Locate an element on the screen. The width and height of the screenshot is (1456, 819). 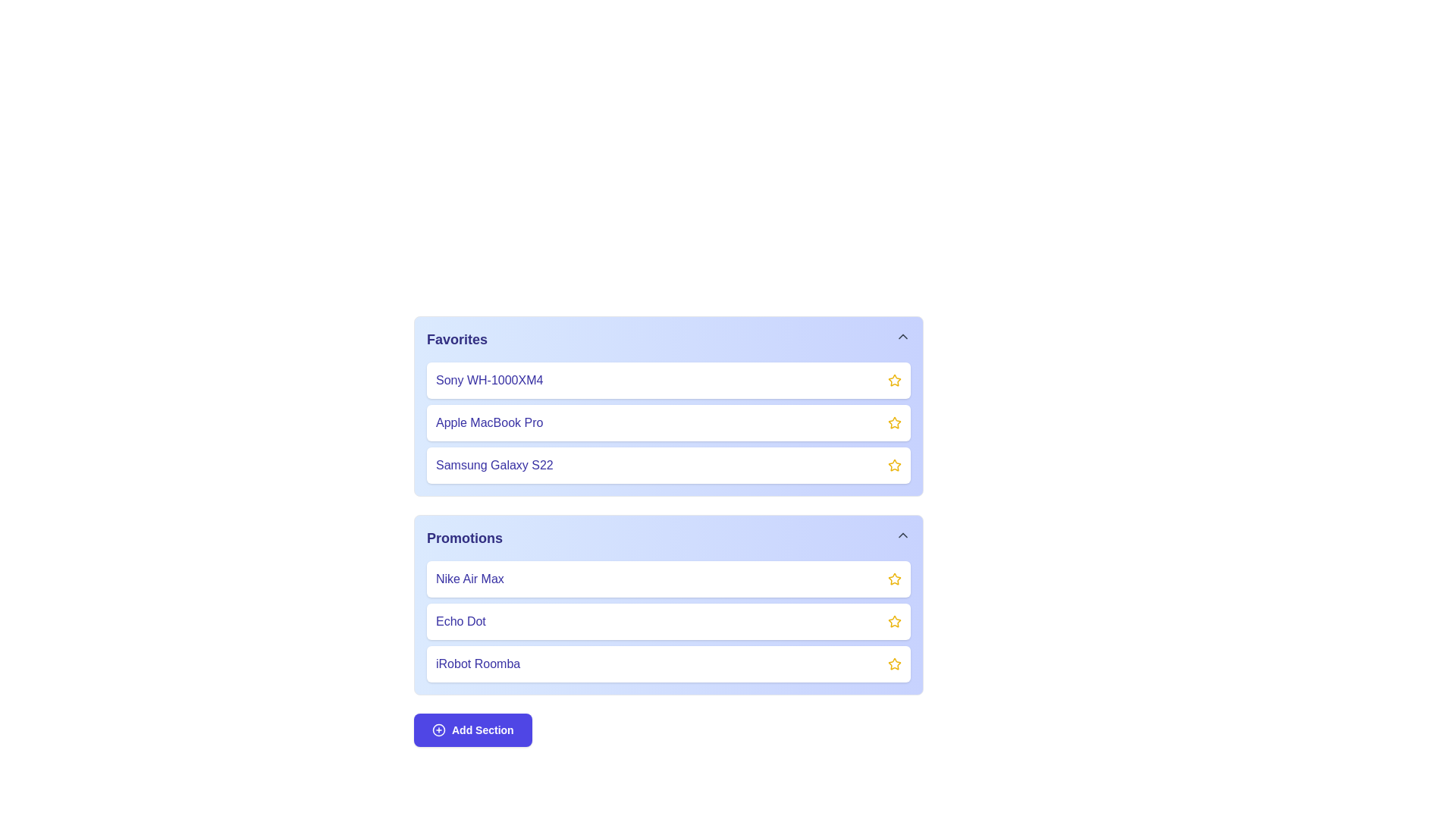
the star icon to favorite the item Sony WH-1000XM4 is located at coordinates (895, 379).